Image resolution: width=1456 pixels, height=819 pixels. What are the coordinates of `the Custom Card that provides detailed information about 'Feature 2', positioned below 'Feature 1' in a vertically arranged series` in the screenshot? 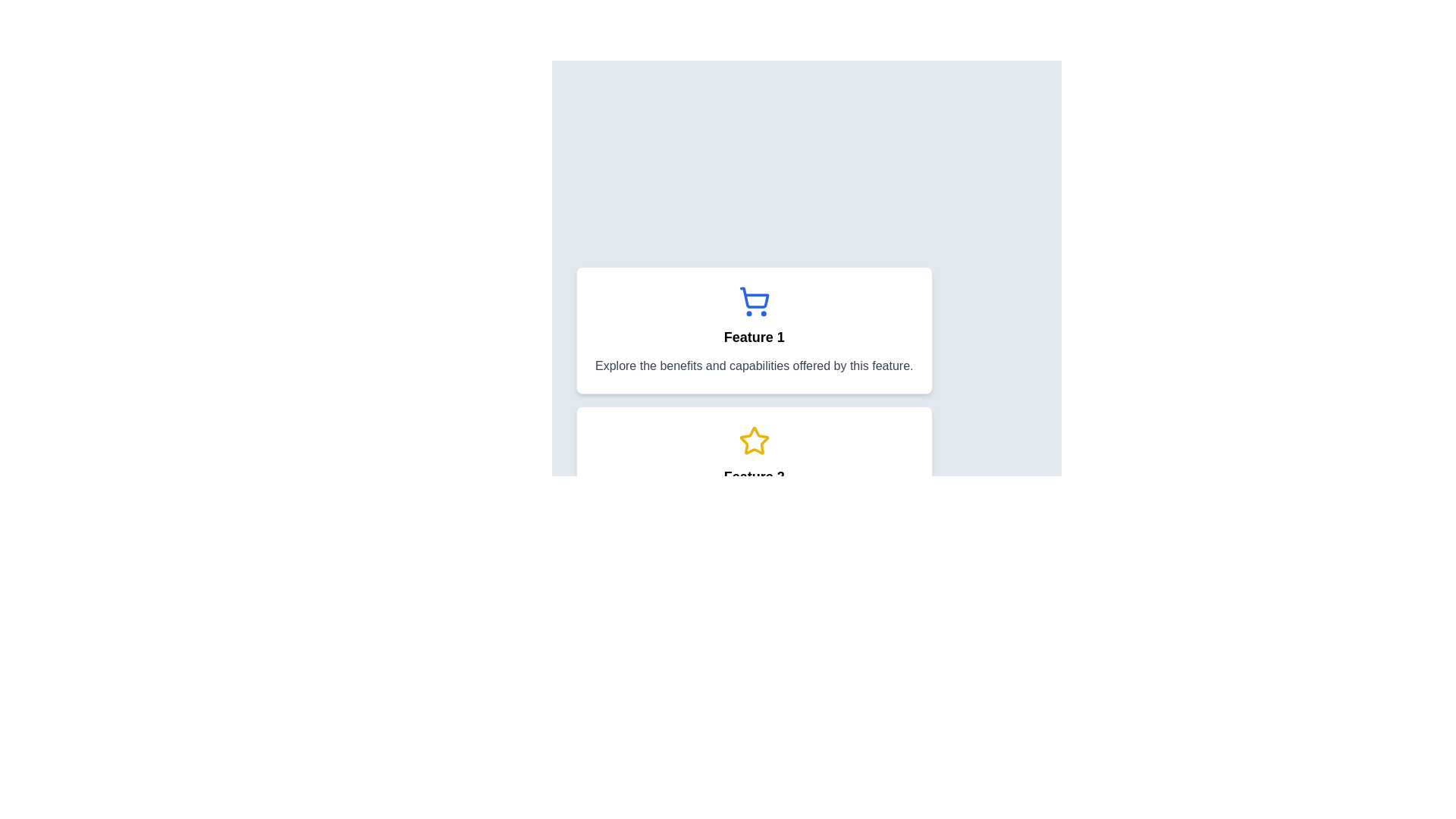 It's located at (754, 469).